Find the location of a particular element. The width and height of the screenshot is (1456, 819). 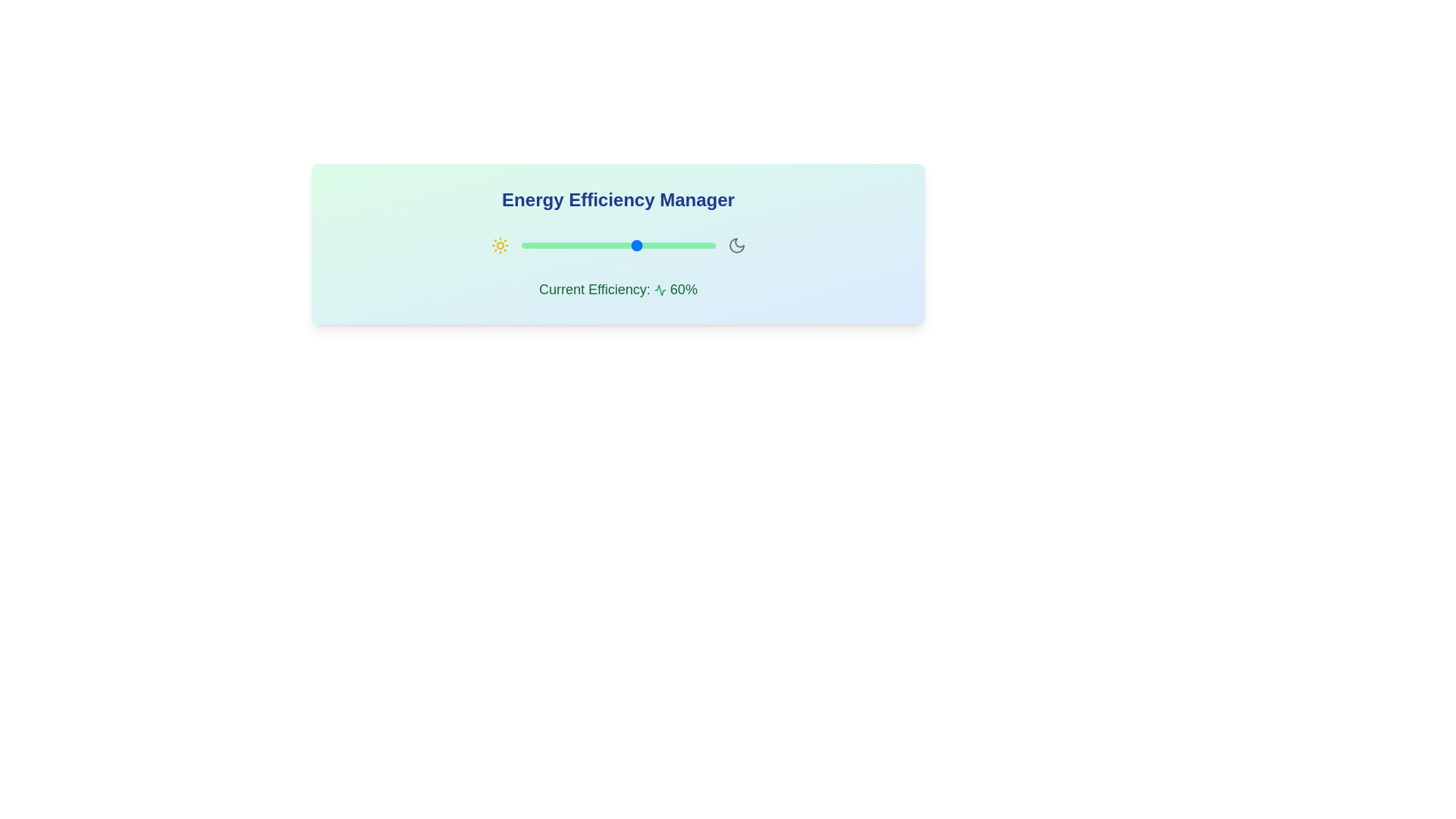

the Moon icon is located at coordinates (736, 245).